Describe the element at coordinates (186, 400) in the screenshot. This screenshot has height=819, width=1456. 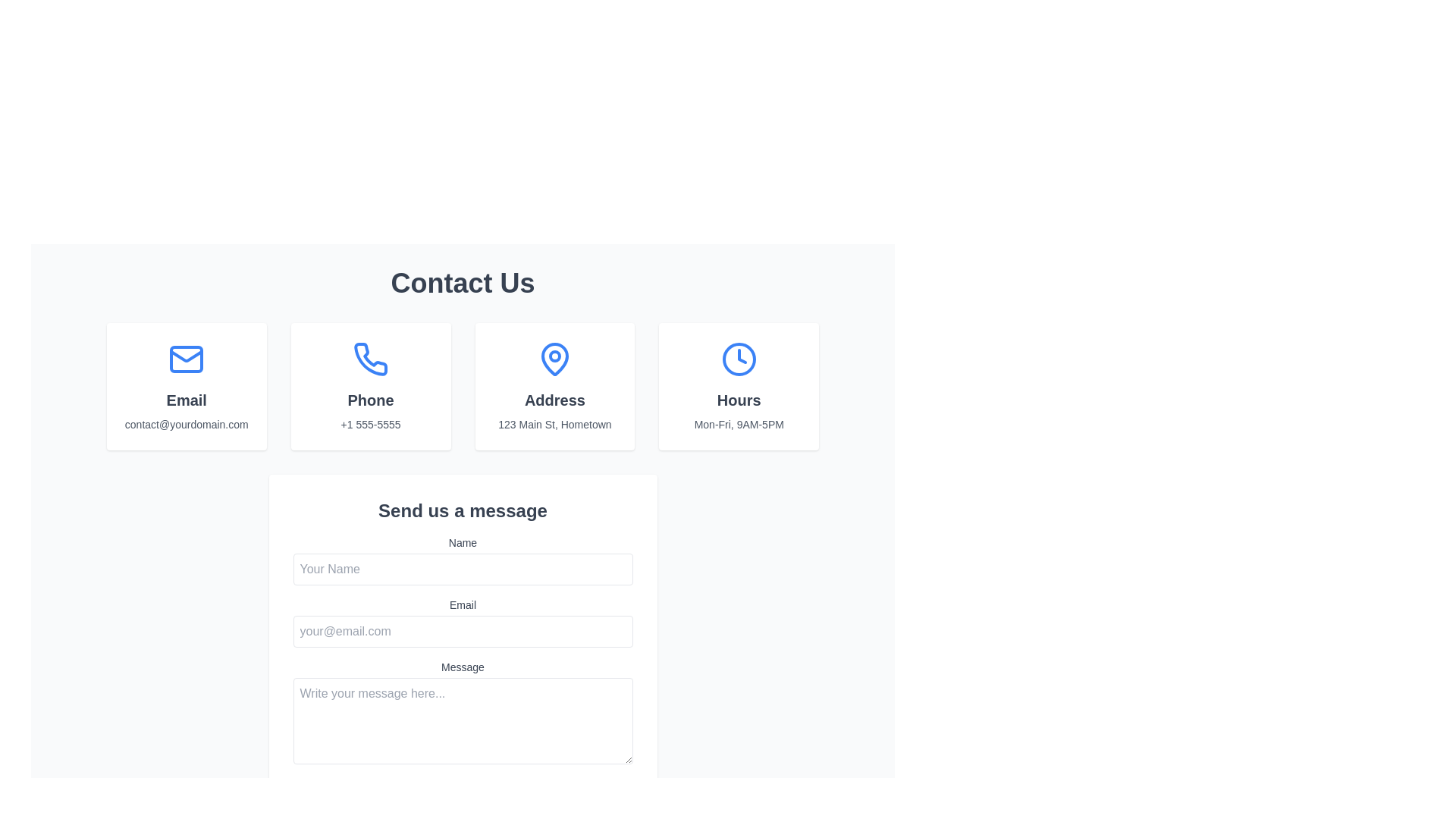
I see `the 'Email' label, which is a bold, large gray text element centrally aligned within a white card in the 'Contact Us' section` at that location.